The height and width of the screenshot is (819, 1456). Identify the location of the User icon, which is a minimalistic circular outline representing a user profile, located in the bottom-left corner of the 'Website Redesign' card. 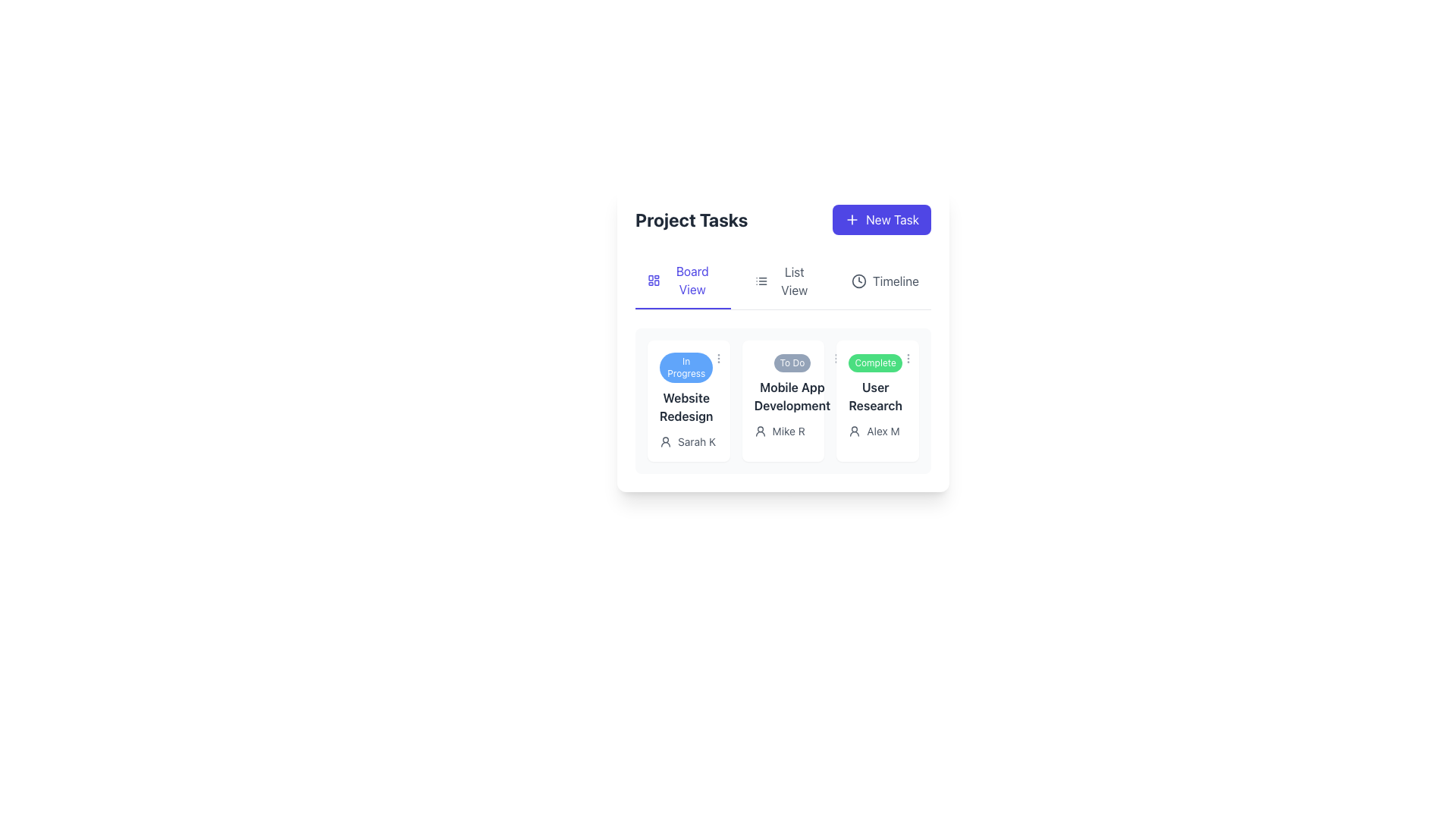
(666, 441).